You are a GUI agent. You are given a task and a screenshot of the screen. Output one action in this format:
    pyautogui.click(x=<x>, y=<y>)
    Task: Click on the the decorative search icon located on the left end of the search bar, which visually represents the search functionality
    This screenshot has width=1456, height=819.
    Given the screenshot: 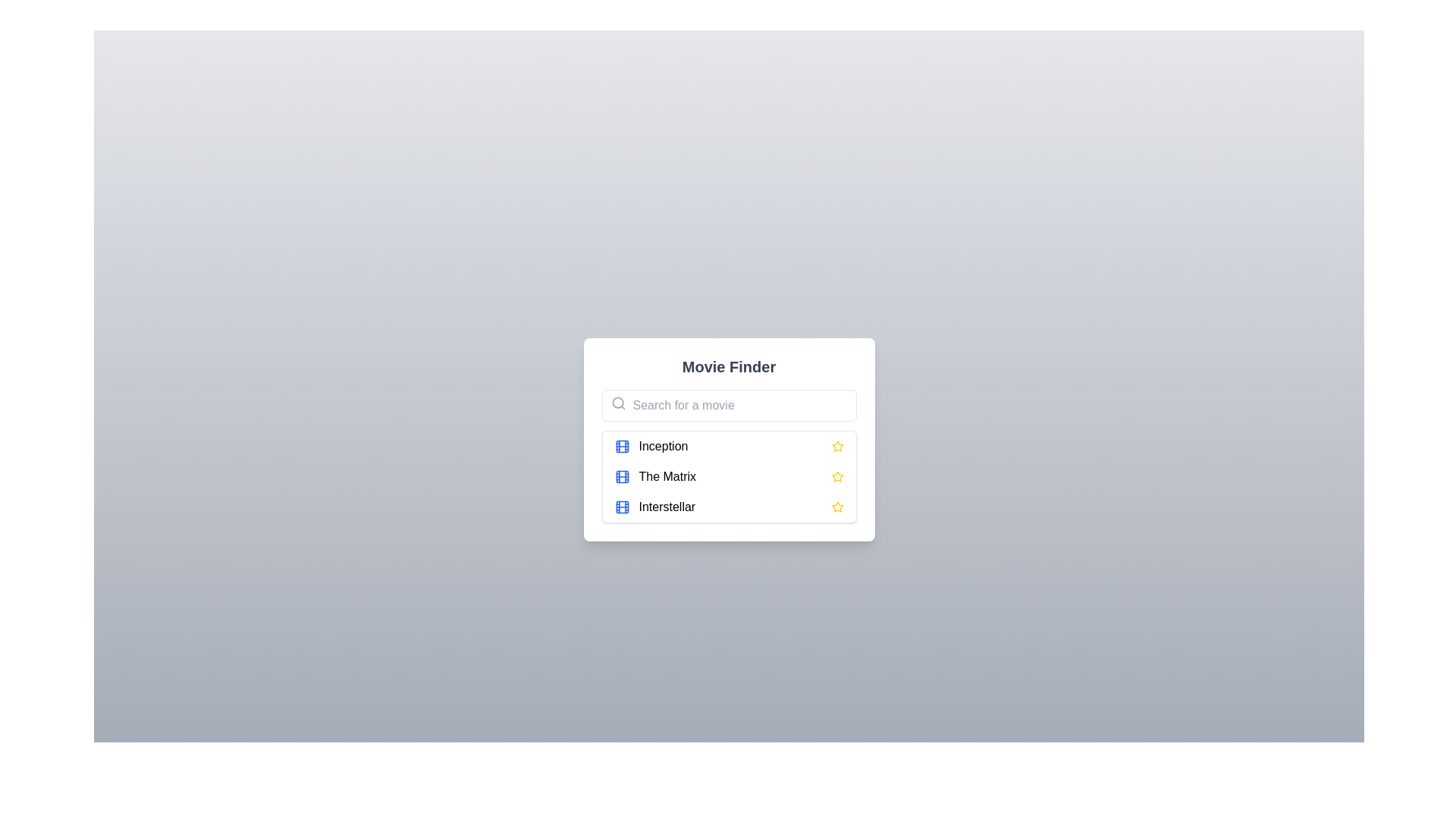 What is the action you would take?
    pyautogui.click(x=618, y=403)
    